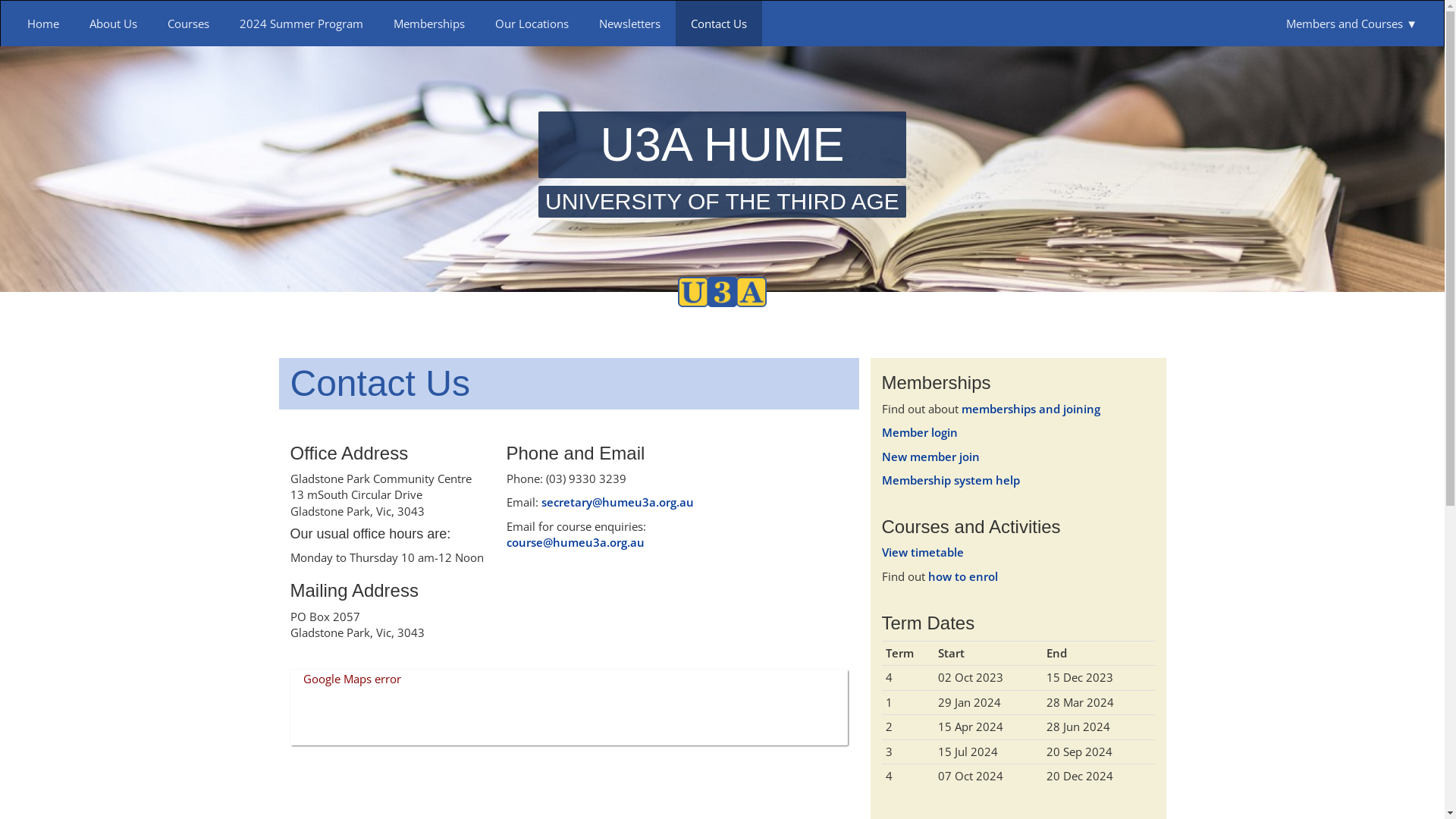 The height and width of the screenshot is (819, 1456). Describe the element at coordinates (918, 432) in the screenshot. I see `'Member login'` at that location.